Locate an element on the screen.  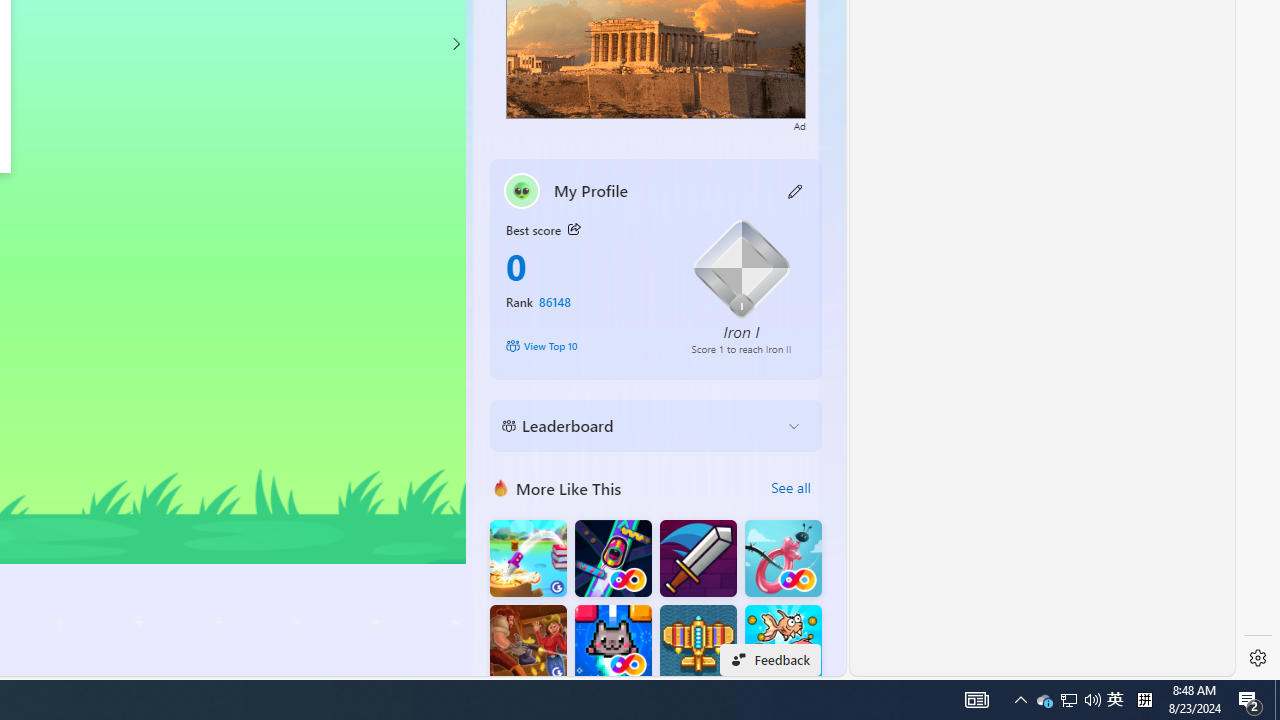
'Saloon Robbery' is located at coordinates (528, 643).